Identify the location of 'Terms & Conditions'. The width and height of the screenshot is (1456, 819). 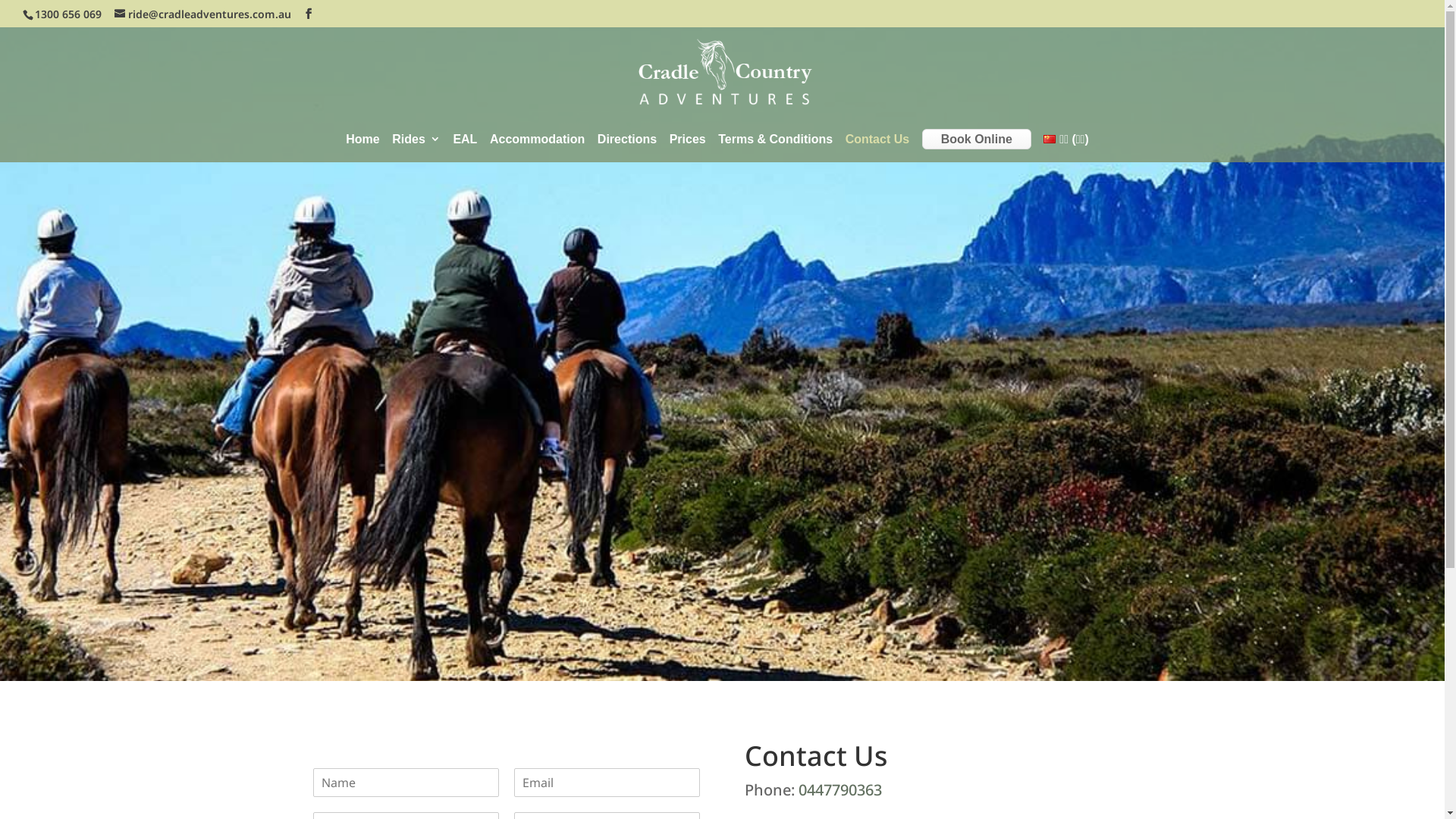
(775, 148).